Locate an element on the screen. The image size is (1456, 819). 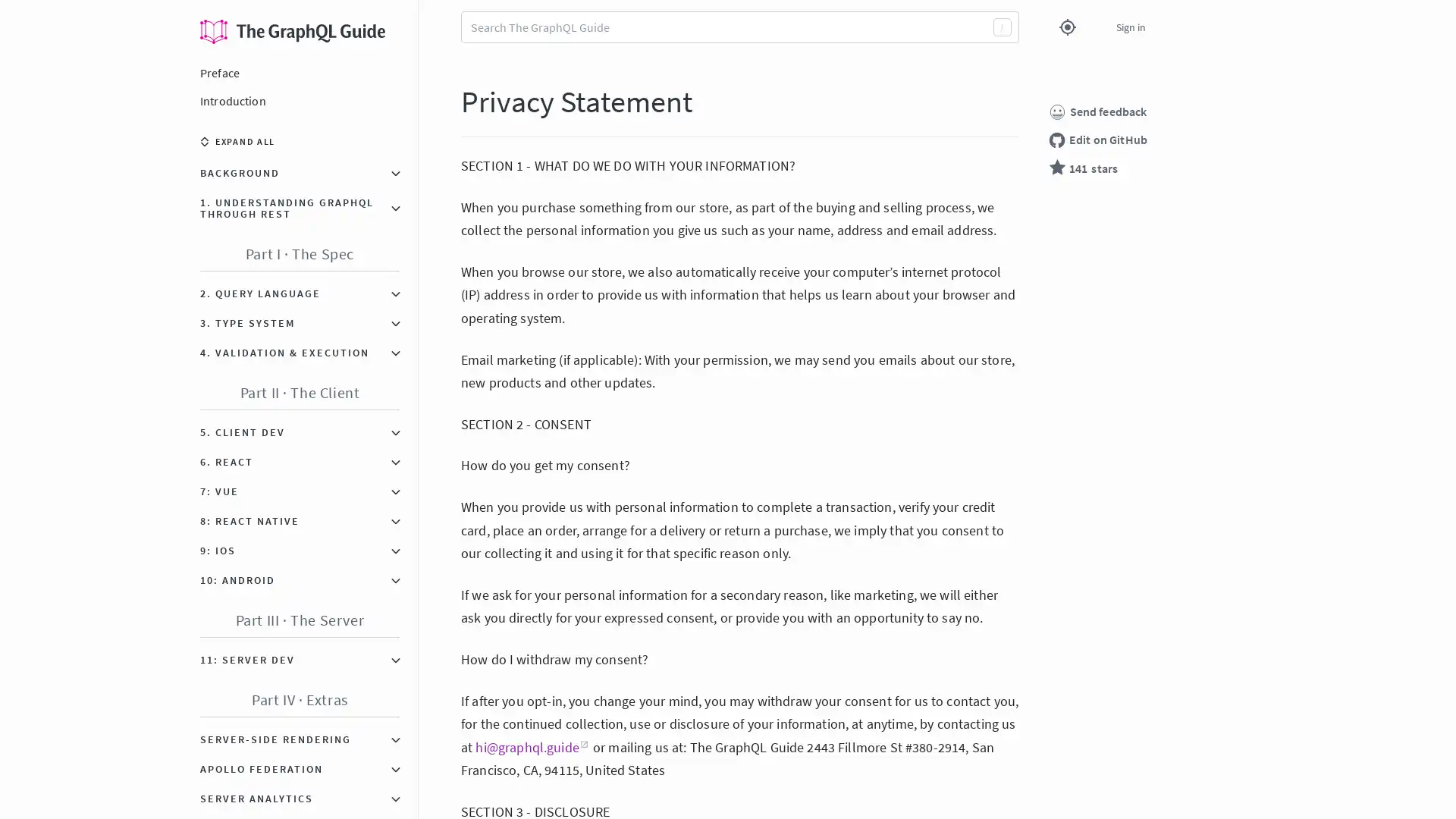
EXPAND ALL is located at coordinates (237, 141).